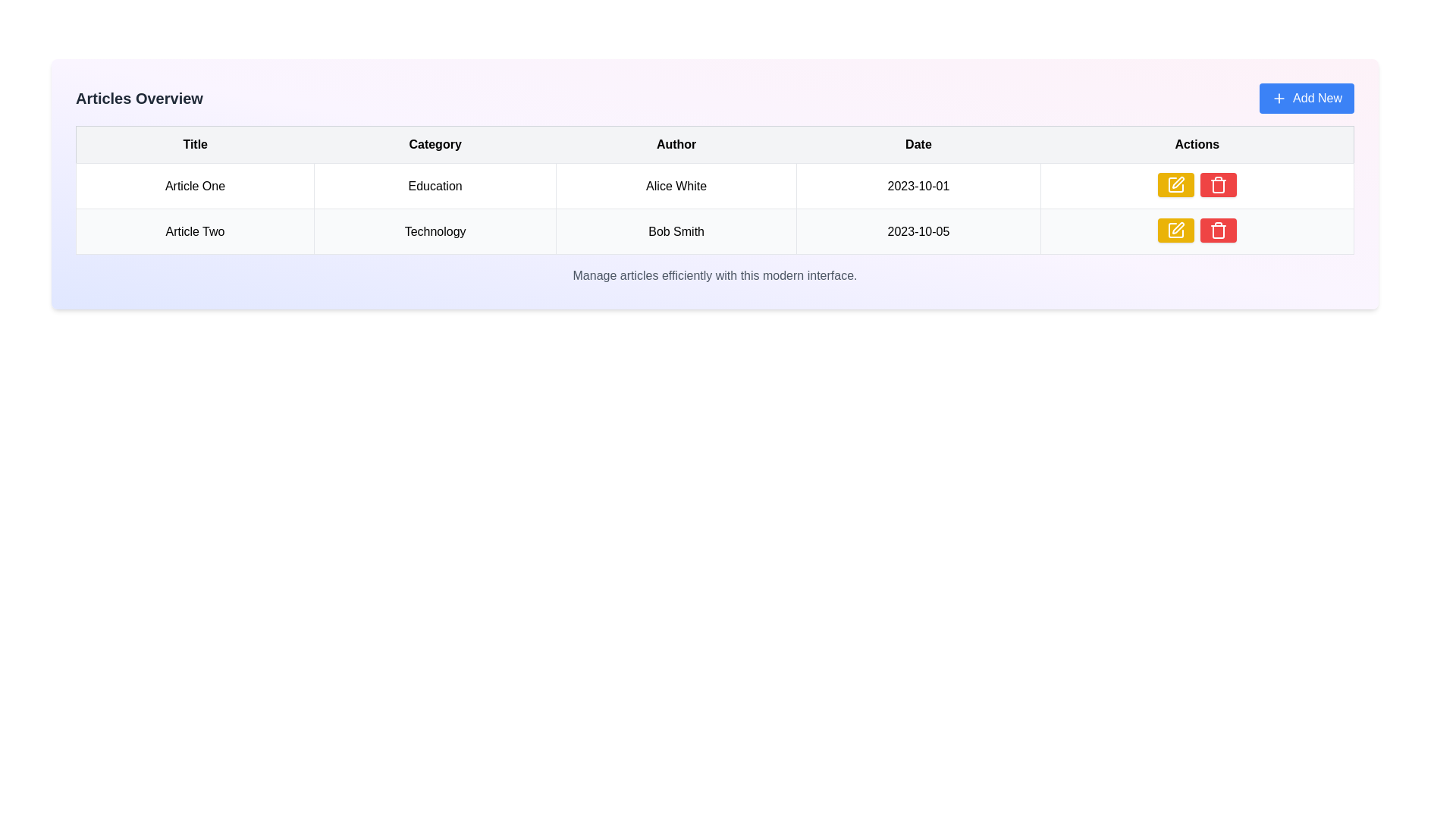 Image resolution: width=1456 pixels, height=819 pixels. Describe the element at coordinates (194, 185) in the screenshot. I see `the static text label that identifies 'Article One' in the first row of the table, aligned with 'Education' in the 'Category' column` at that location.